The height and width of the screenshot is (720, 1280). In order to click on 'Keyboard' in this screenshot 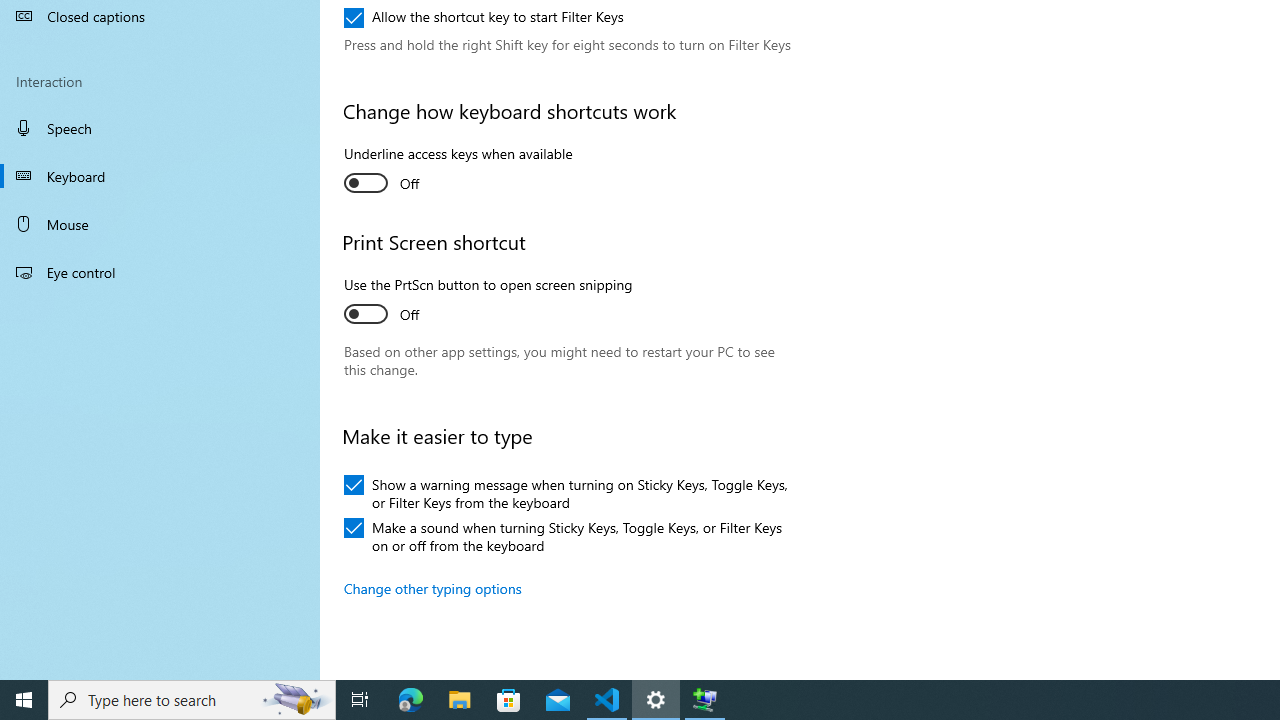, I will do `click(160, 175)`.